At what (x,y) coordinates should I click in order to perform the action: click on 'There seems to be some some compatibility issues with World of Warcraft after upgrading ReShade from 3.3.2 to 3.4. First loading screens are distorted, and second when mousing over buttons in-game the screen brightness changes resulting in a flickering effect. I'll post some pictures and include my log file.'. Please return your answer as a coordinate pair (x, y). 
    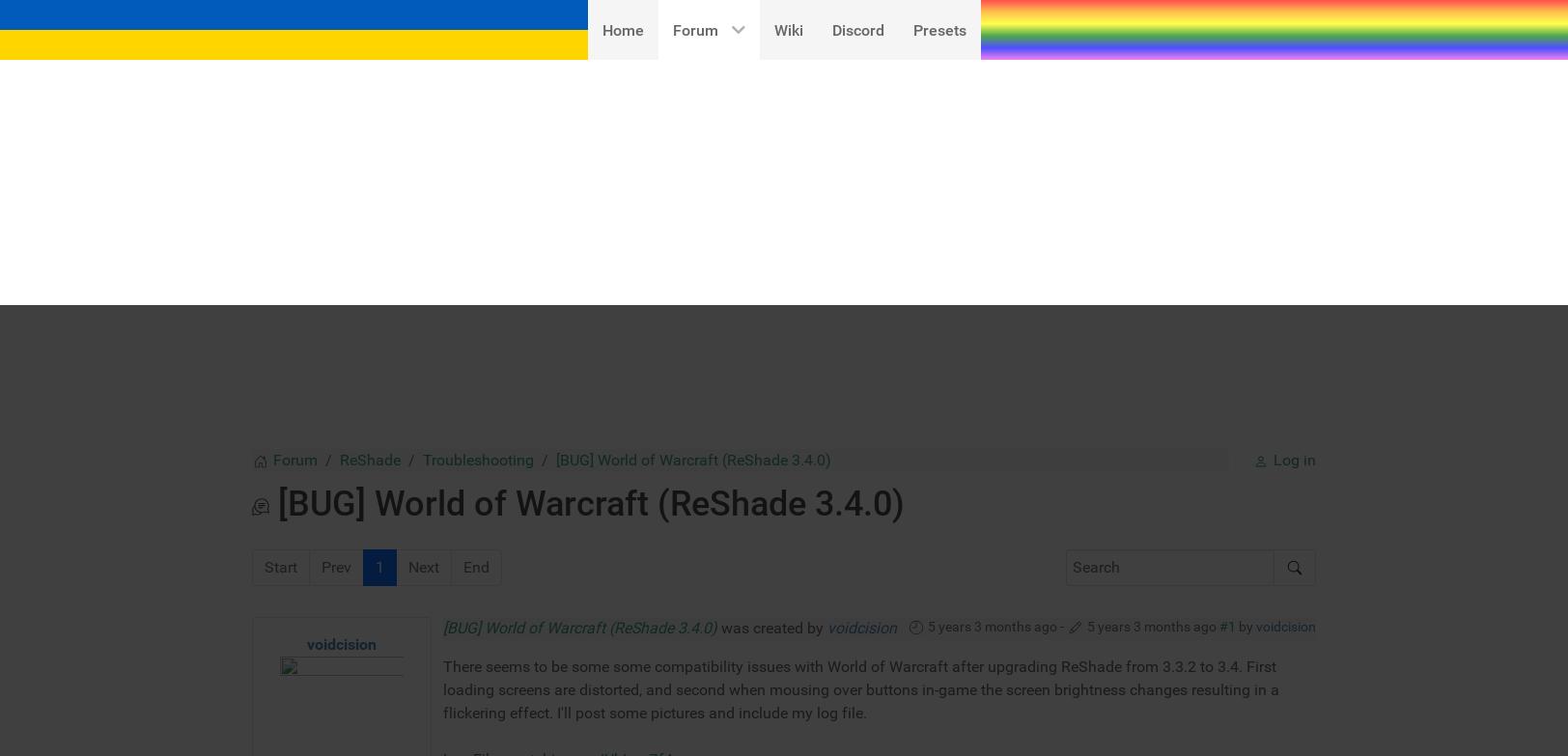
    Looking at the image, I should click on (859, 382).